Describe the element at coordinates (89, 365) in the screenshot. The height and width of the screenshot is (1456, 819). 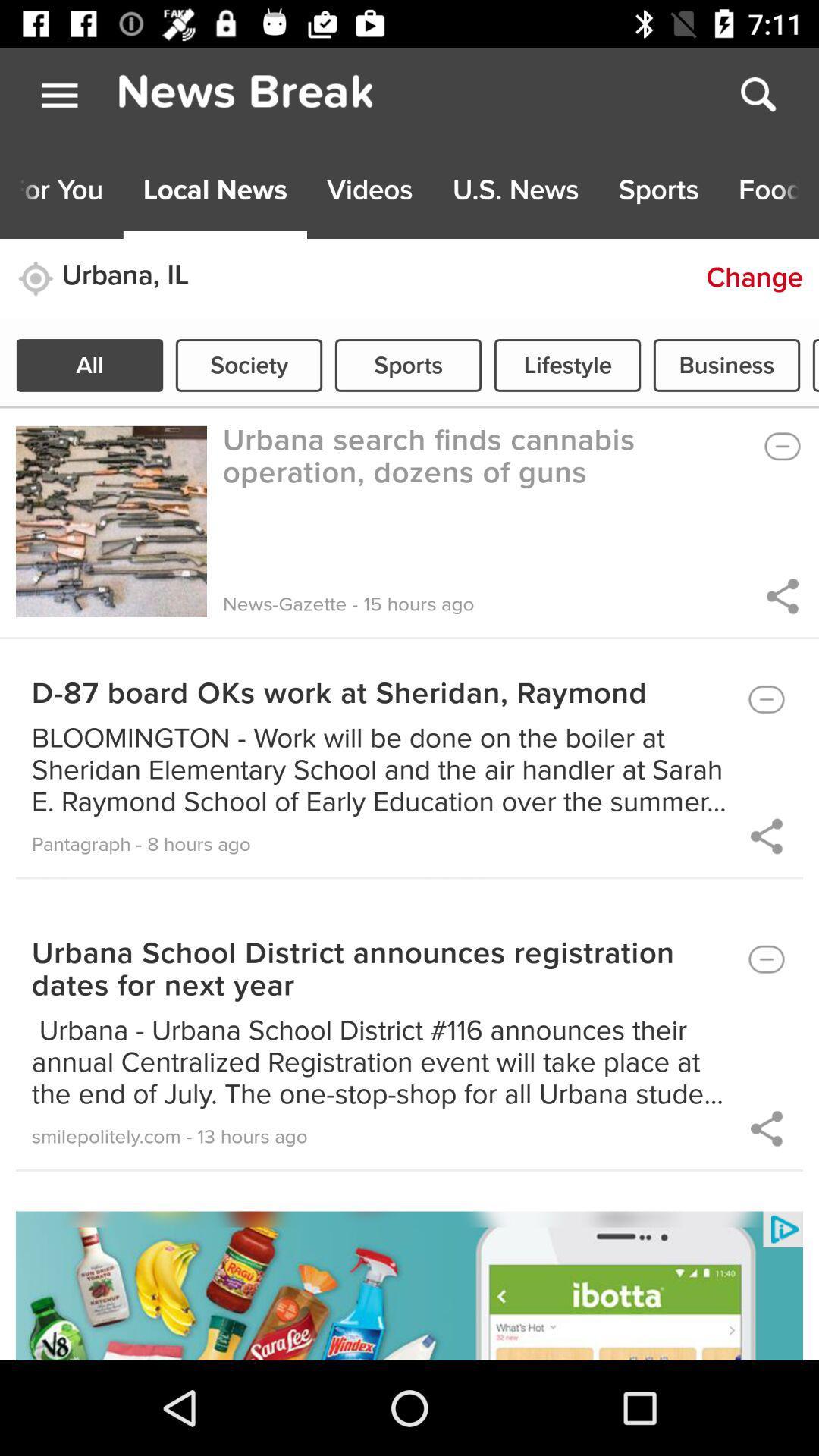
I see `button all` at that location.